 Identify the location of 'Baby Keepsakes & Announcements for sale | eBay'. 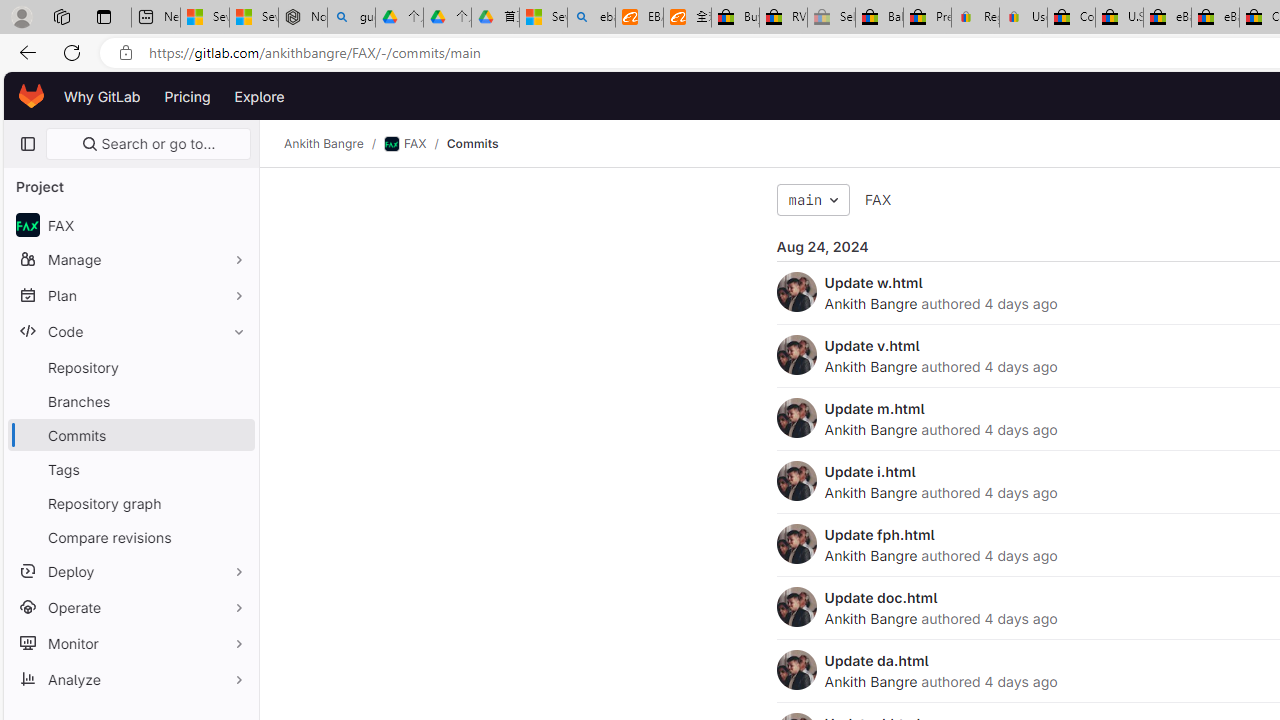
(879, 17).